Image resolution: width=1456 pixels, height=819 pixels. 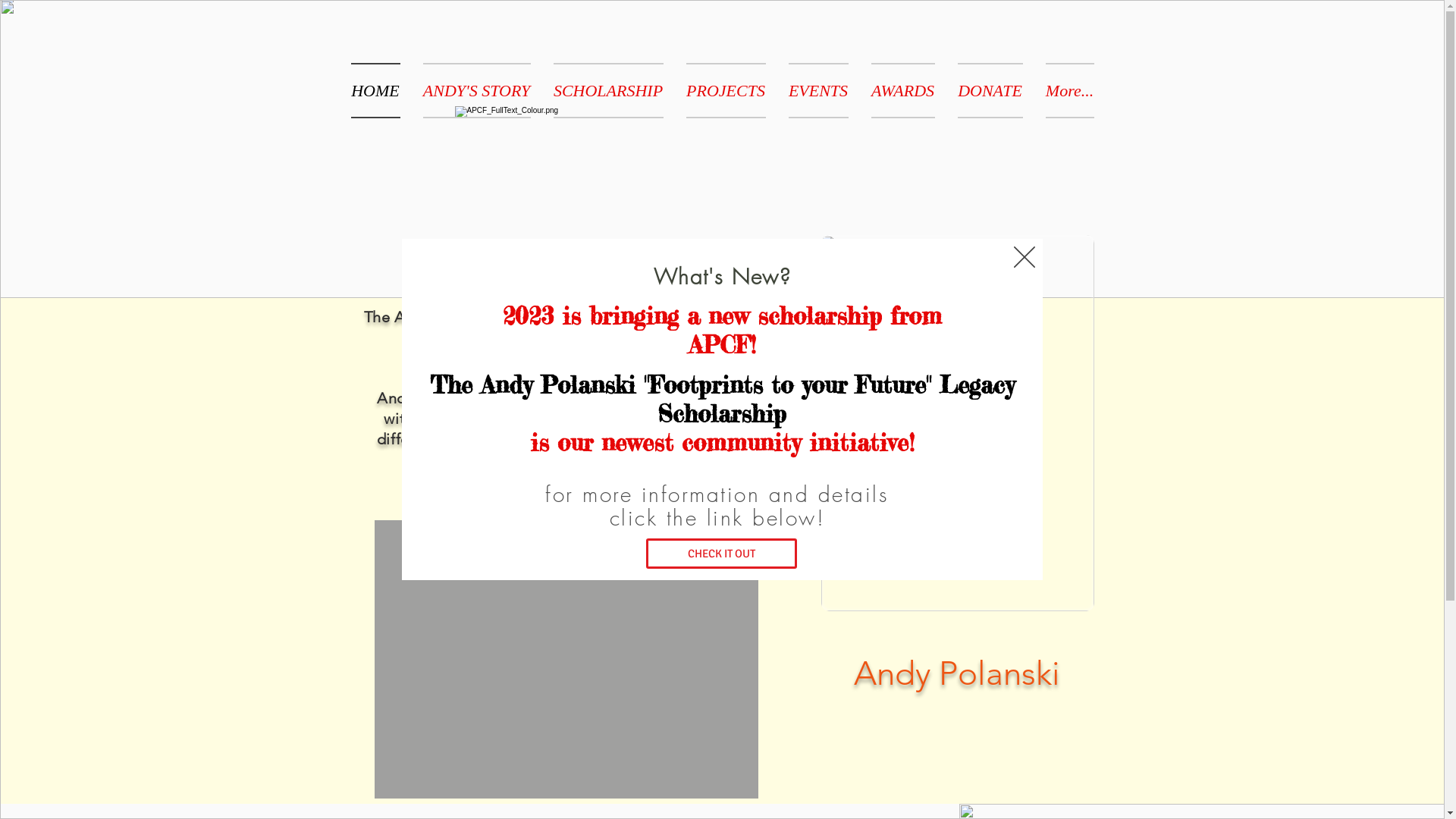 What do you see at coordinates (859, 90) in the screenshot?
I see `'AWARDS'` at bounding box center [859, 90].